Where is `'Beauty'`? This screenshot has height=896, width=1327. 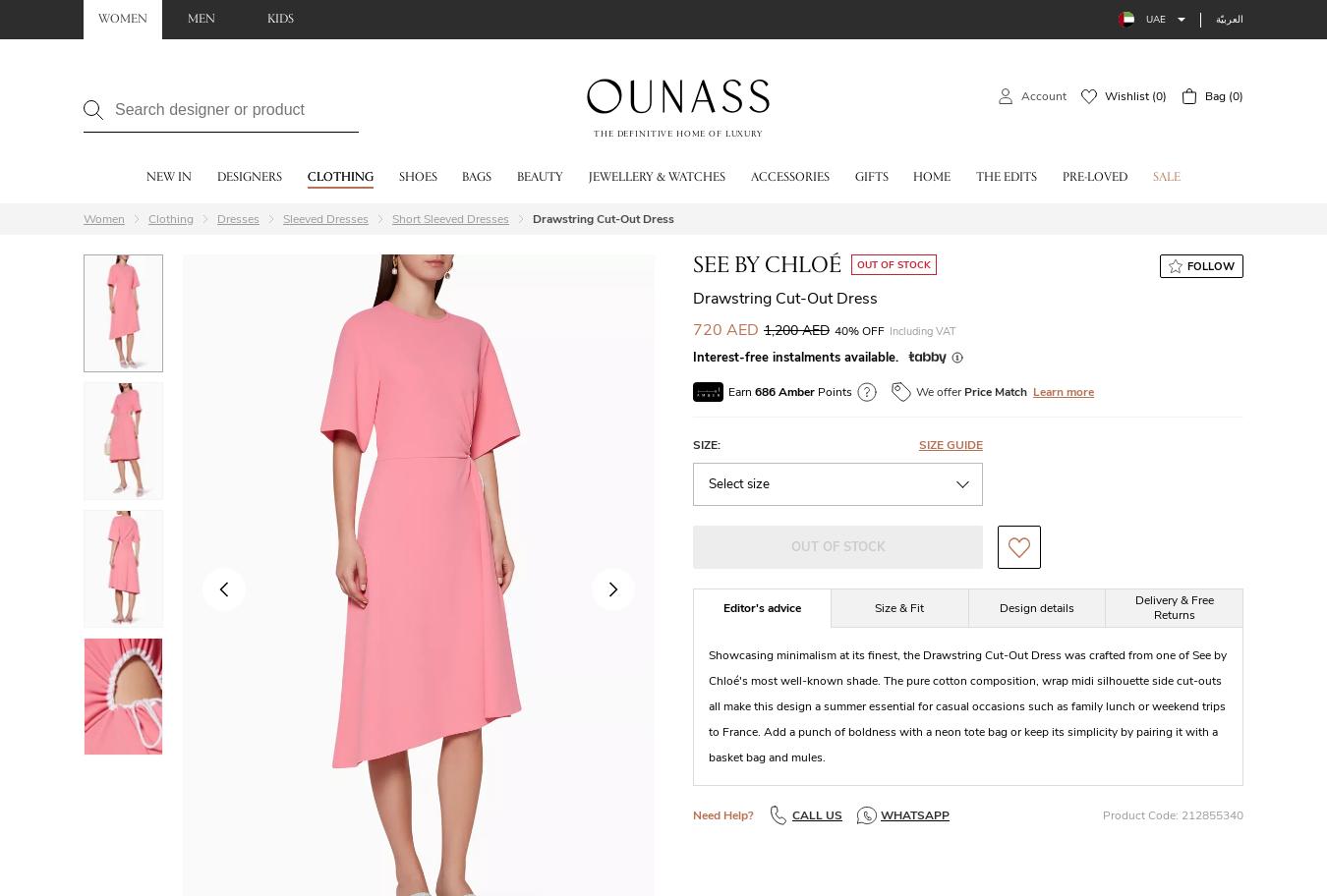
'Beauty' is located at coordinates (539, 178).